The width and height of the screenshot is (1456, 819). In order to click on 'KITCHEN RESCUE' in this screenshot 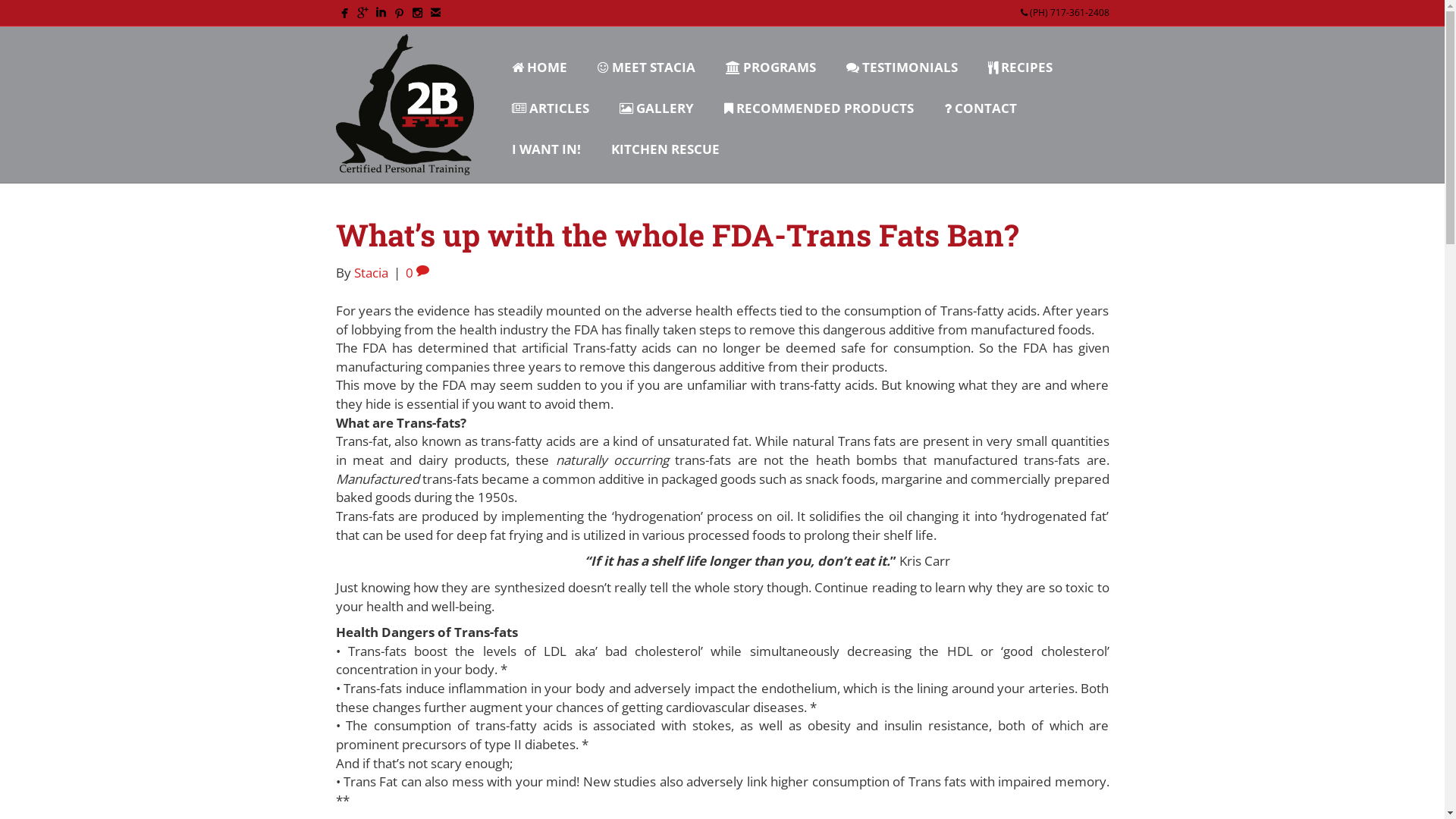, I will do `click(665, 146)`.